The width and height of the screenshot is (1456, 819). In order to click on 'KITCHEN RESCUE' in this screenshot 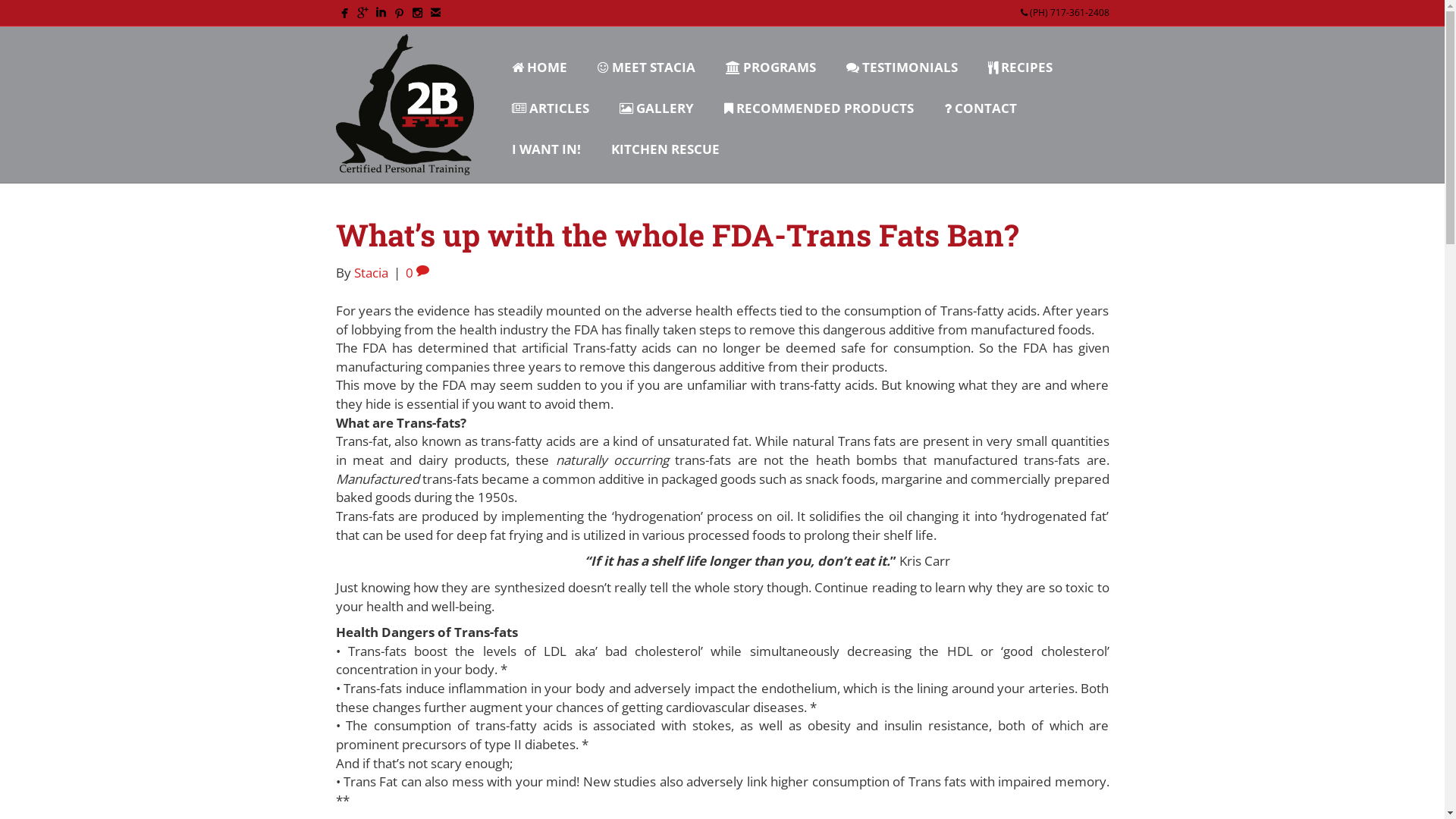, I will do `click(665, 146)`.